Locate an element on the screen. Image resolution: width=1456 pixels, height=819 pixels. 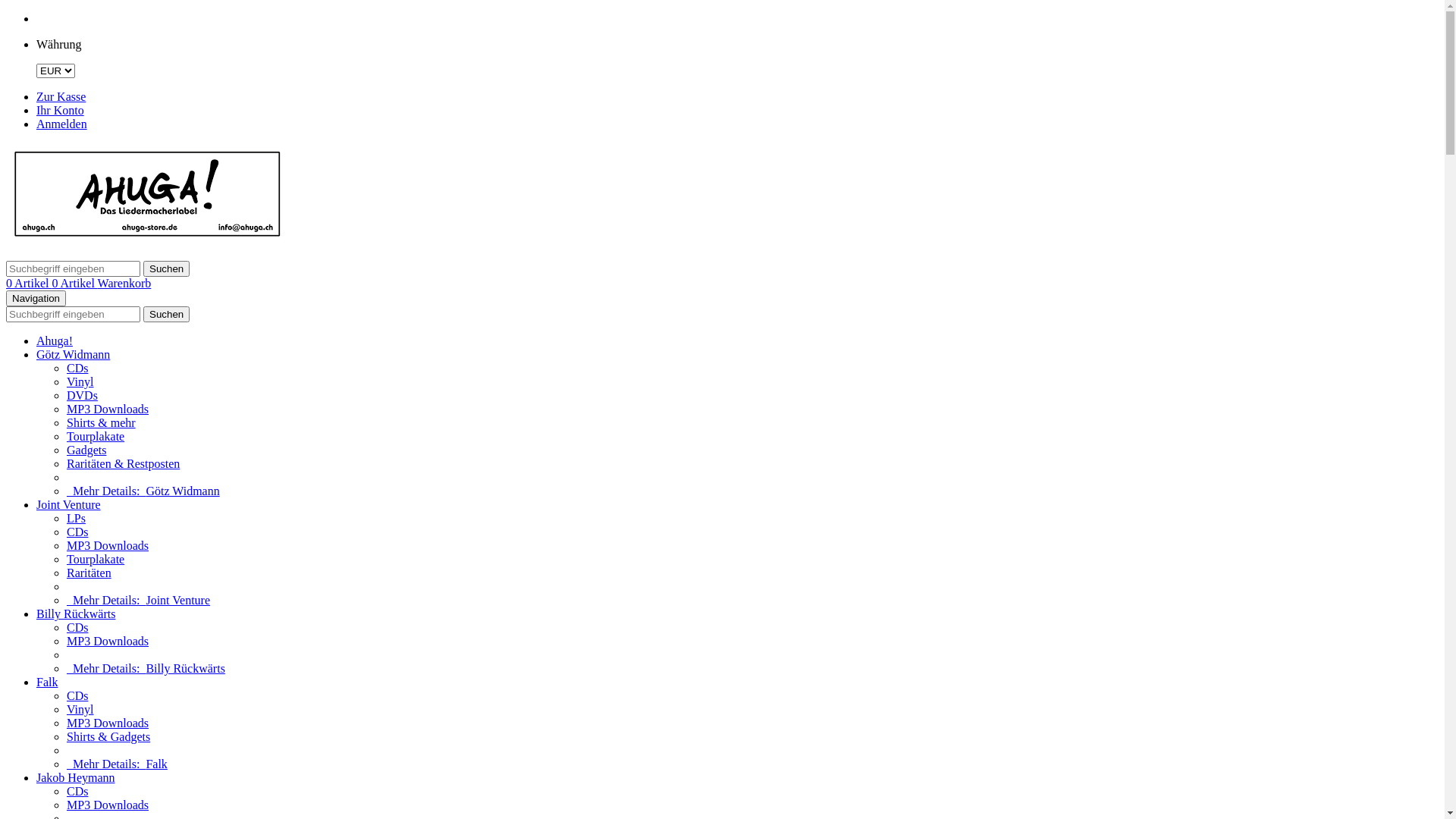
'Joint Venture' is located at coordinates (67, 504).